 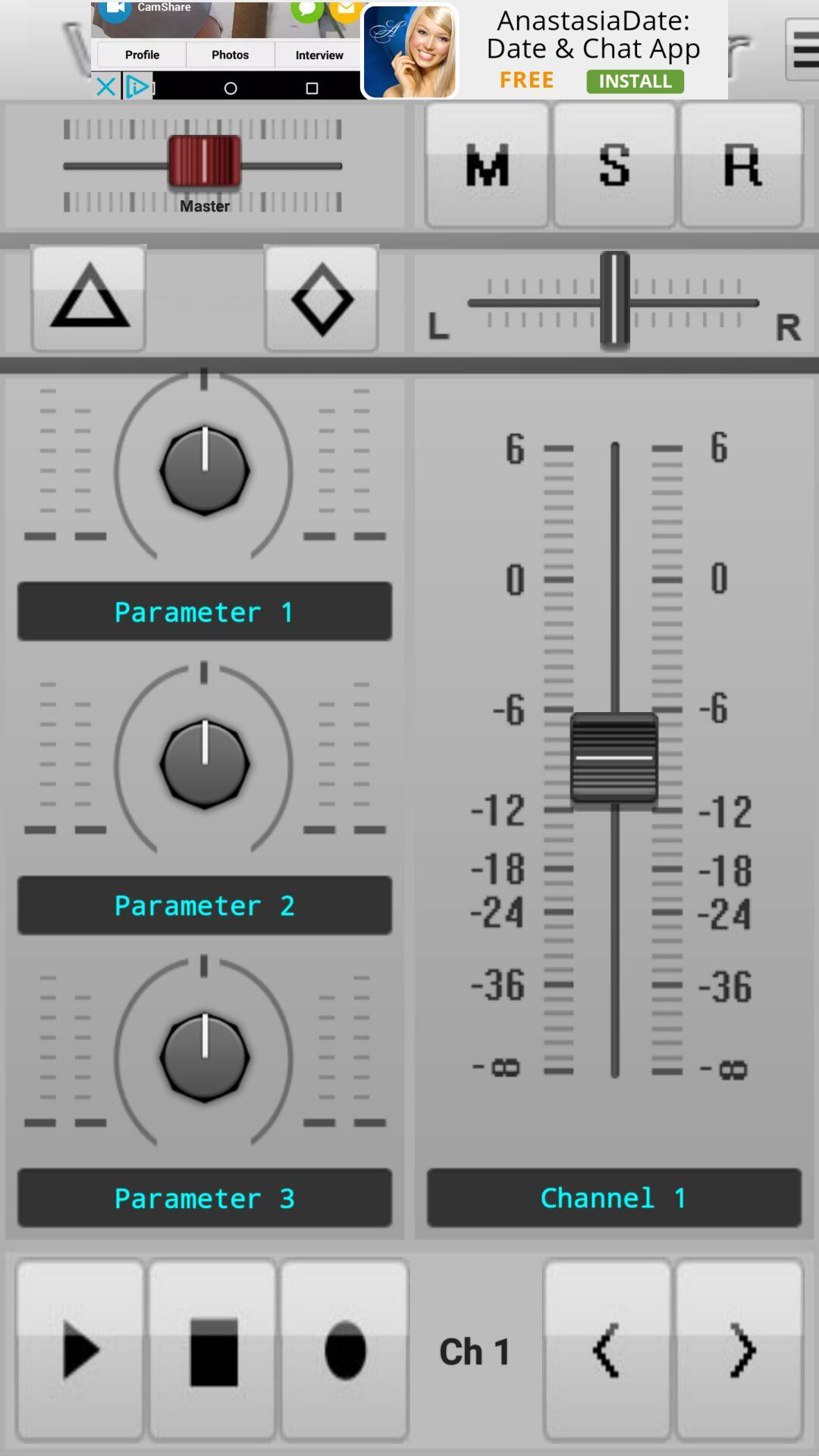 I want to click on the menu icon, so click(x=801, y=49).